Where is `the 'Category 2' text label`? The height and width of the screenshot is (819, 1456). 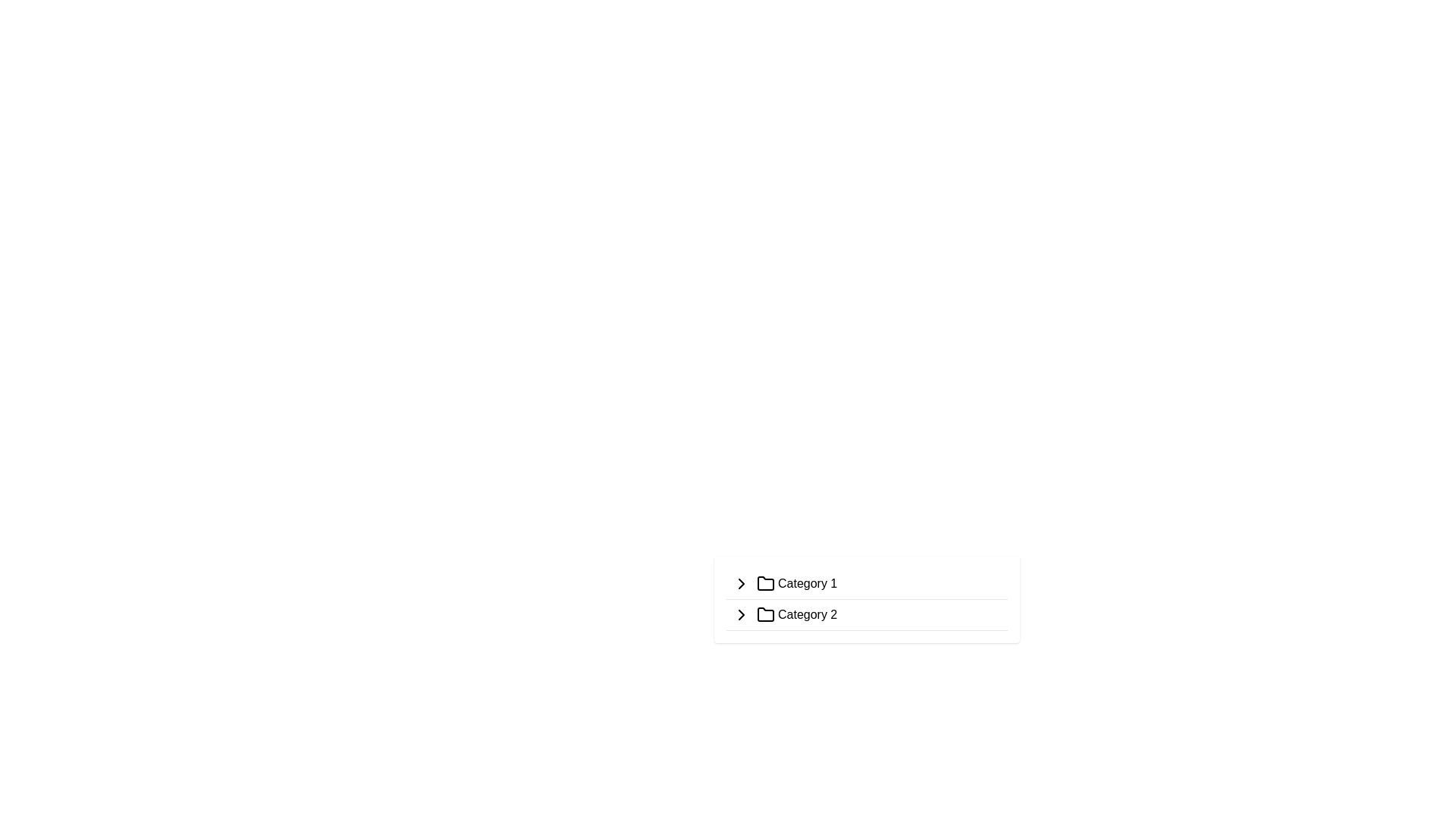
the 'Category 2' text label is located at coordinates (807, 614).